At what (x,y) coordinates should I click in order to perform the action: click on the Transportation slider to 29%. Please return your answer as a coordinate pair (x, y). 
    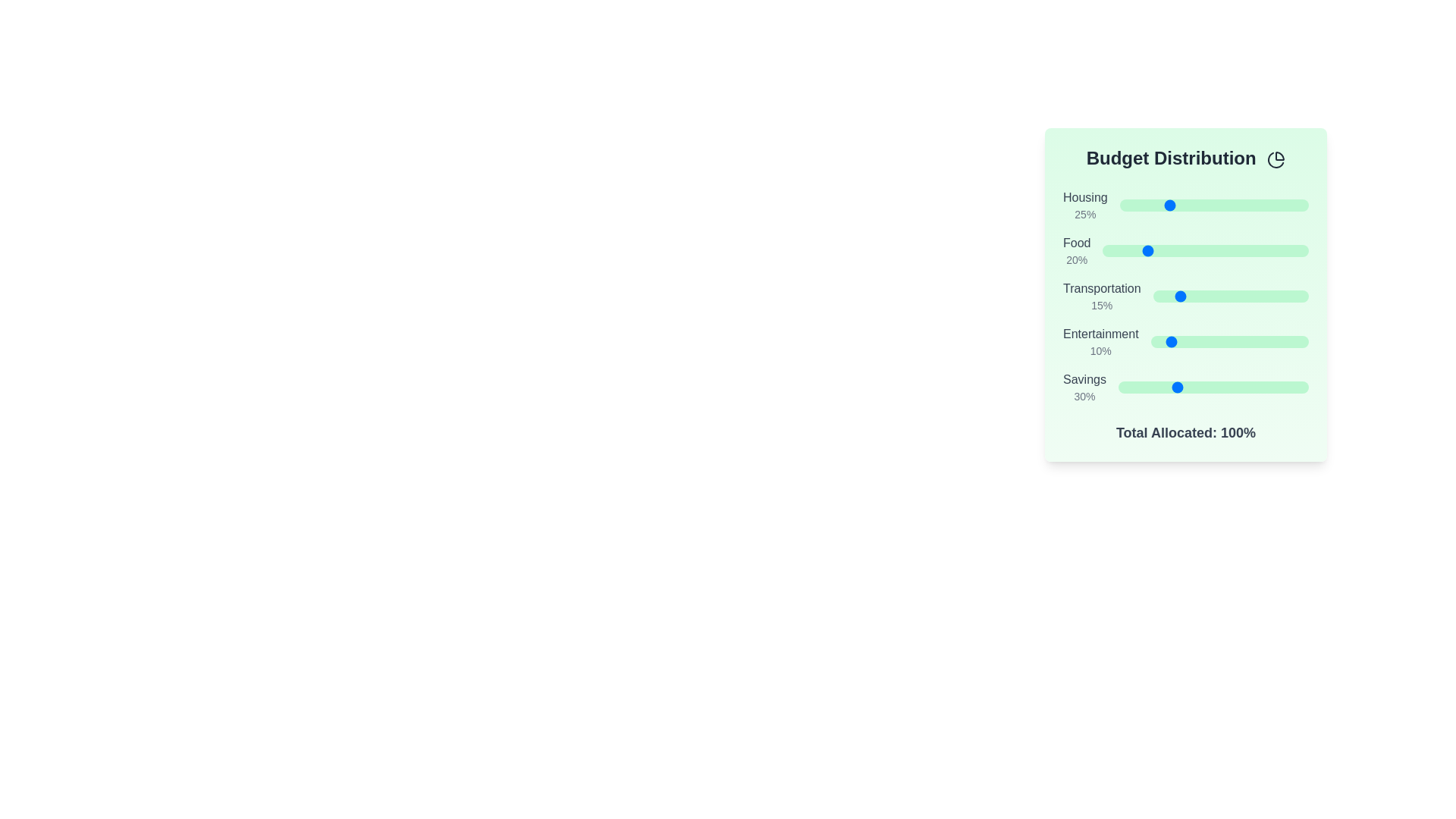
    Looking at the image, I should click on (1197, 296).